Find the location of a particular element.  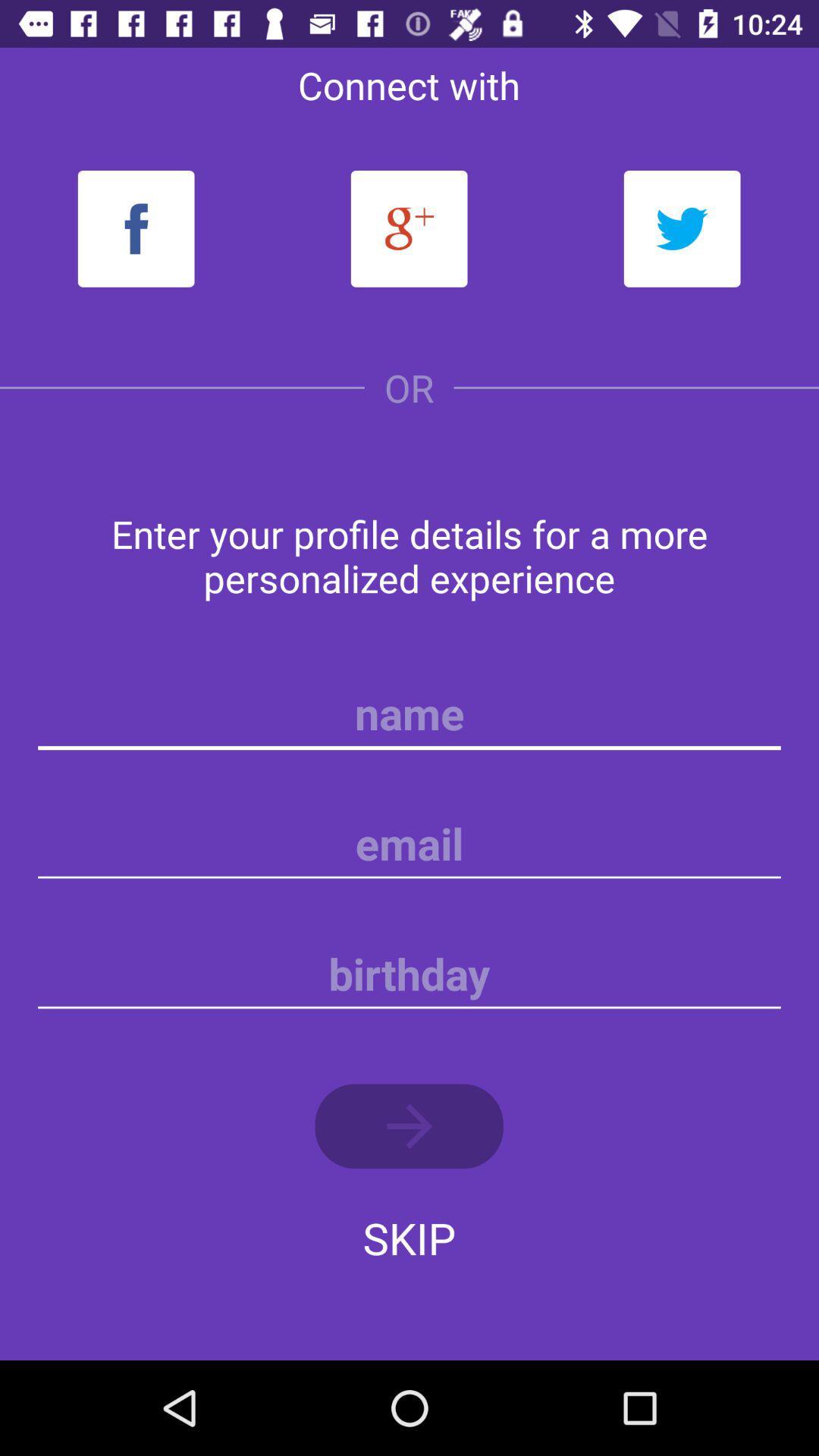

a note is located at coordinates (409, 974).